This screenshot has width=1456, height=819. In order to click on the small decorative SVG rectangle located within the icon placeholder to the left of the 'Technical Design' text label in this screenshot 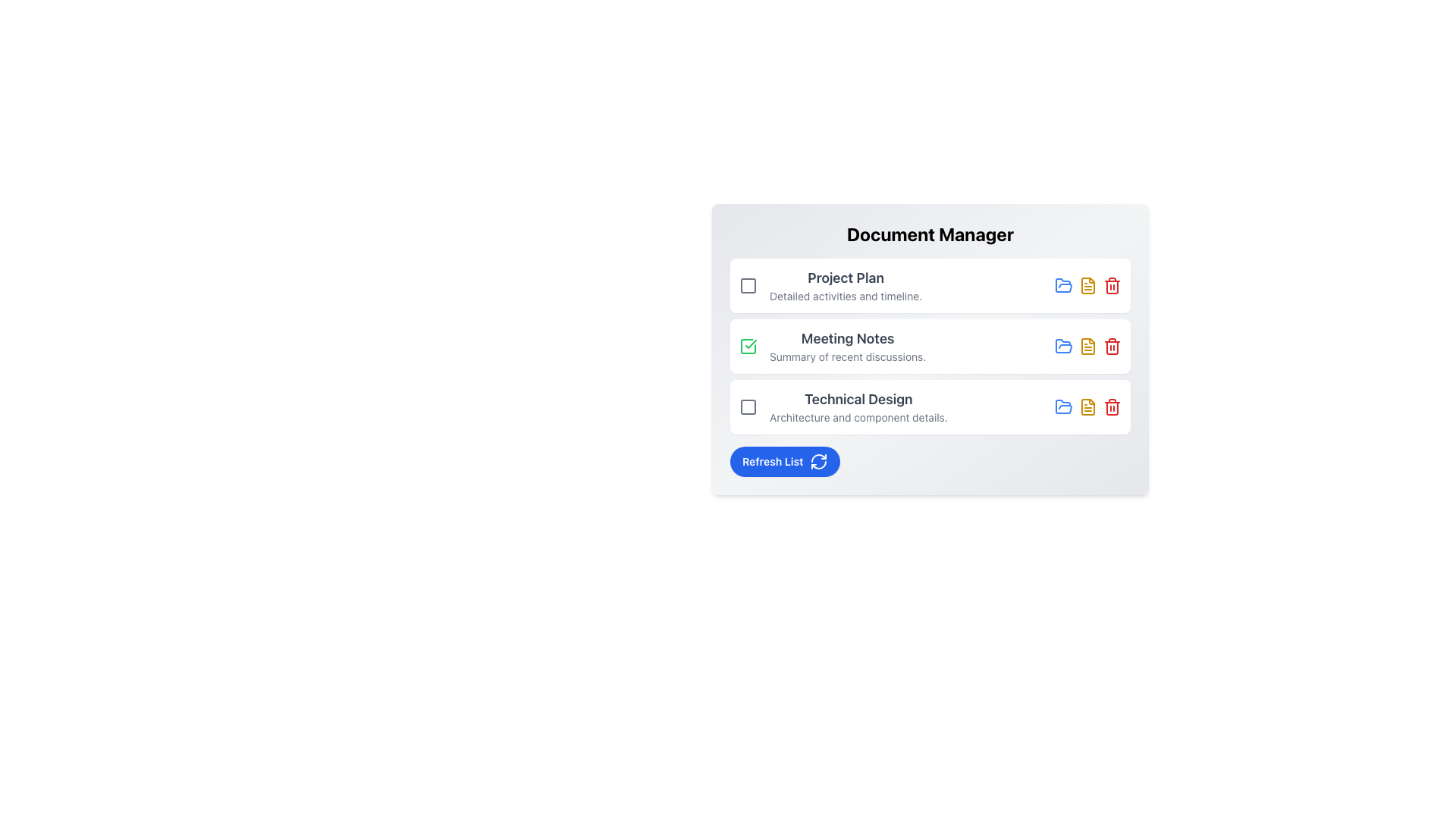, I will do `click(748, 406)`.